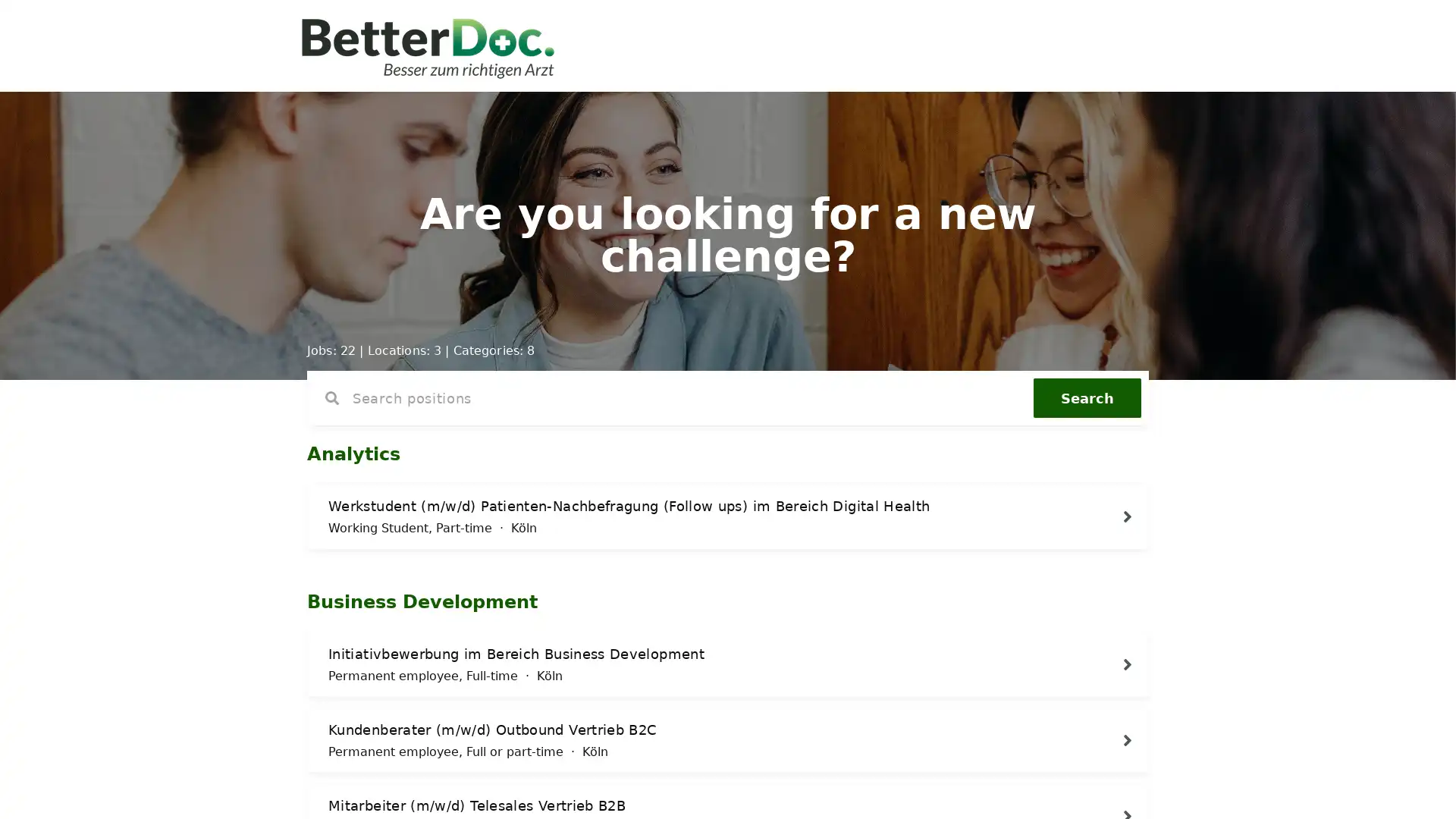  I want to click on Search, so click(1087, 397).